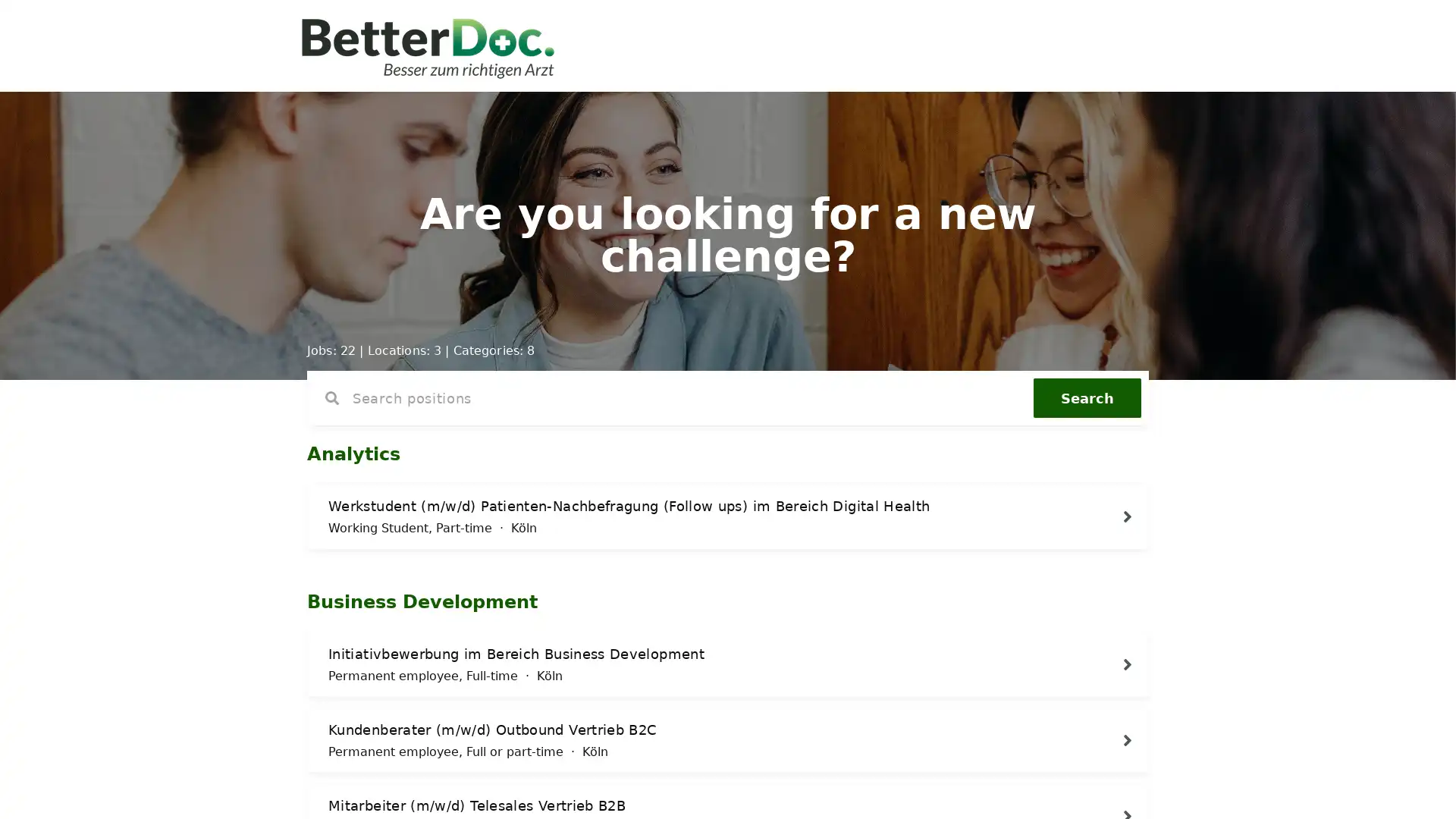  I want to click on Search, so click(1087, 397).